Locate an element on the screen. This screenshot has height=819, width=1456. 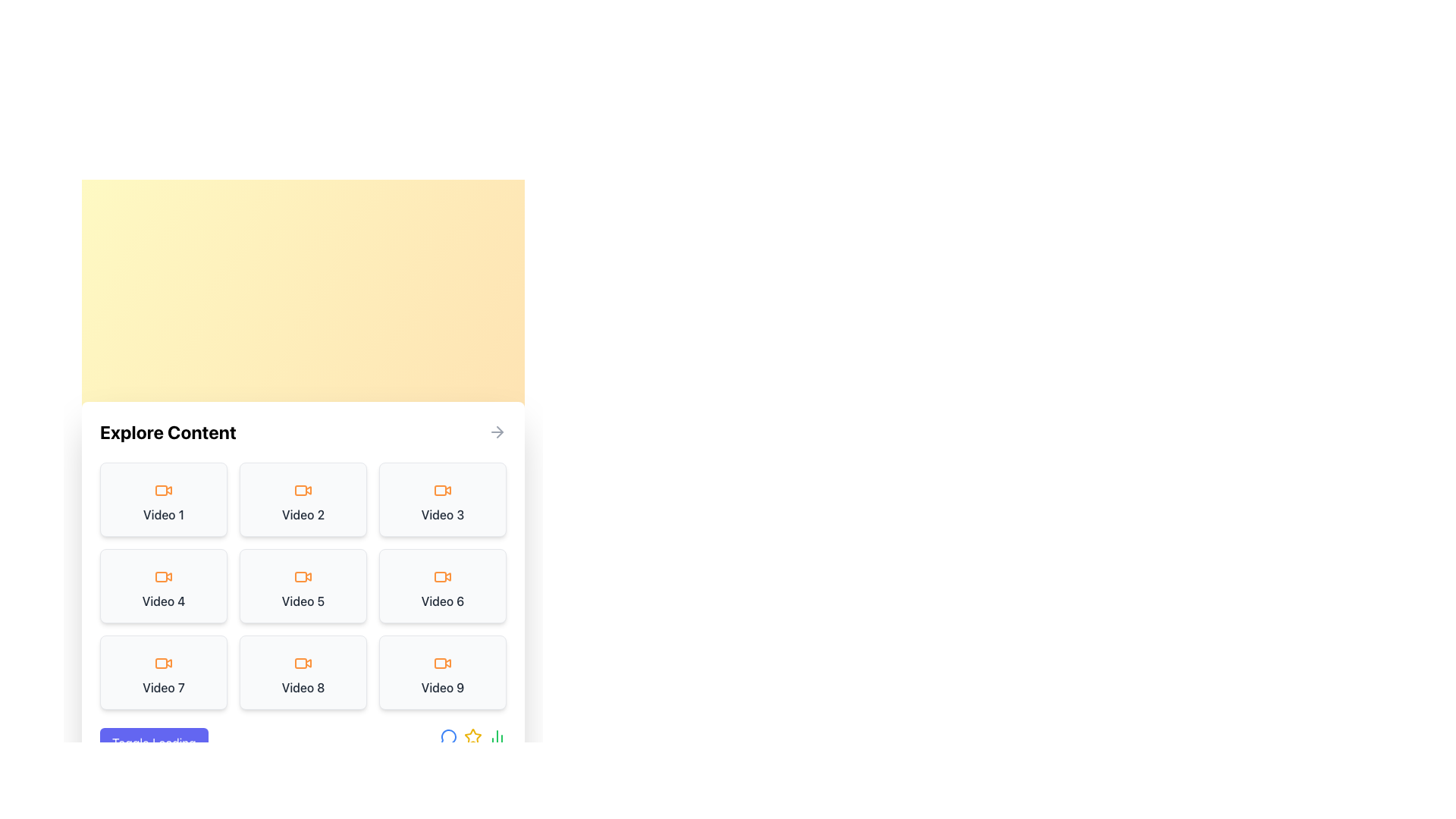
the SVG icon that indicates a video element associated with the label 'Video 7', positioned in the leftmost column of the third row in a 3x3 grid layout is located at coordinates (164, 663).